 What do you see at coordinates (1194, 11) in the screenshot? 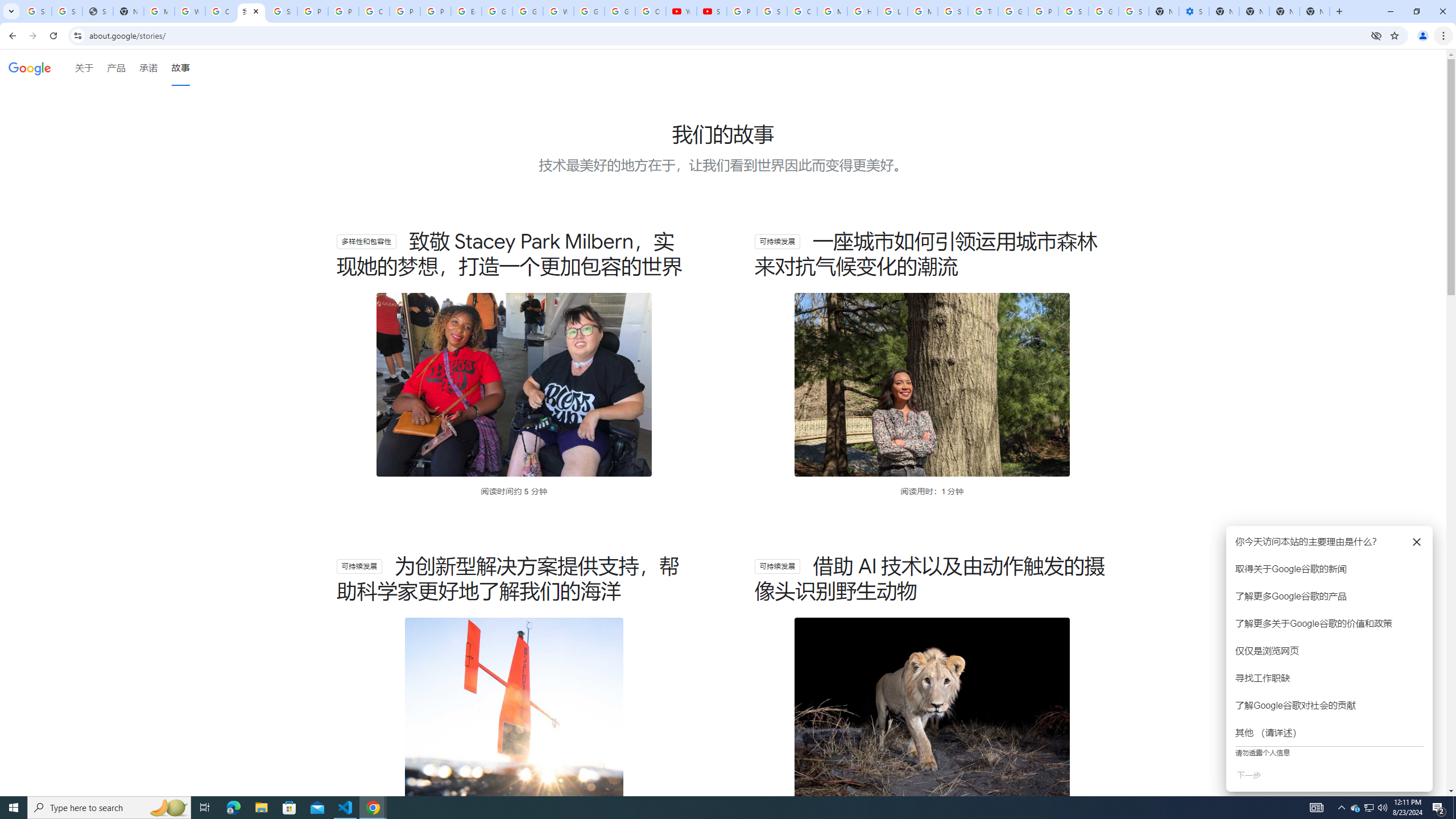
I see `'Settings - Performance'` at bounding box center [1194, 11].